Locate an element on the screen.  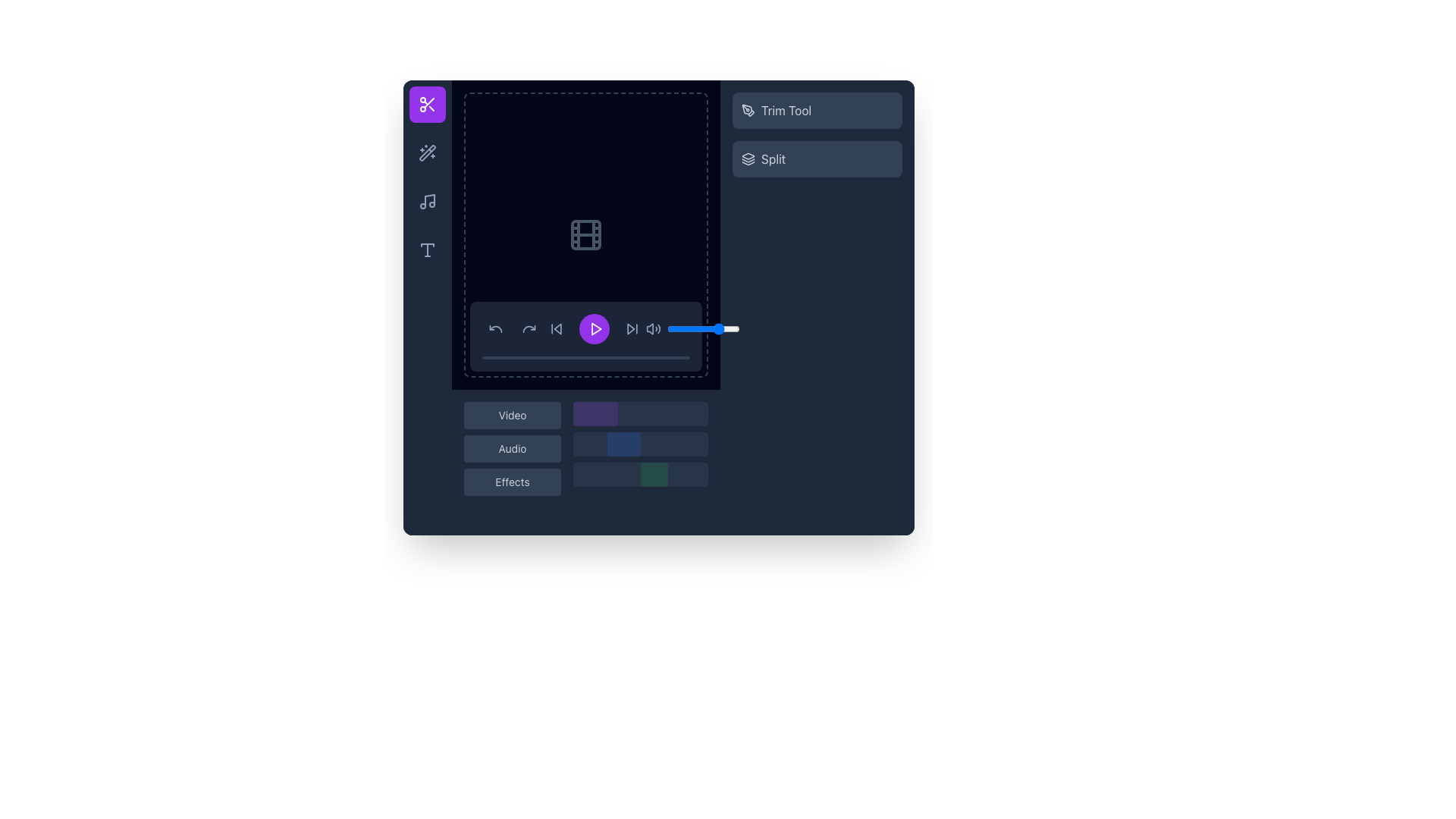
the play button located at the bottom center of the interface is located at coordinates (595, 328).